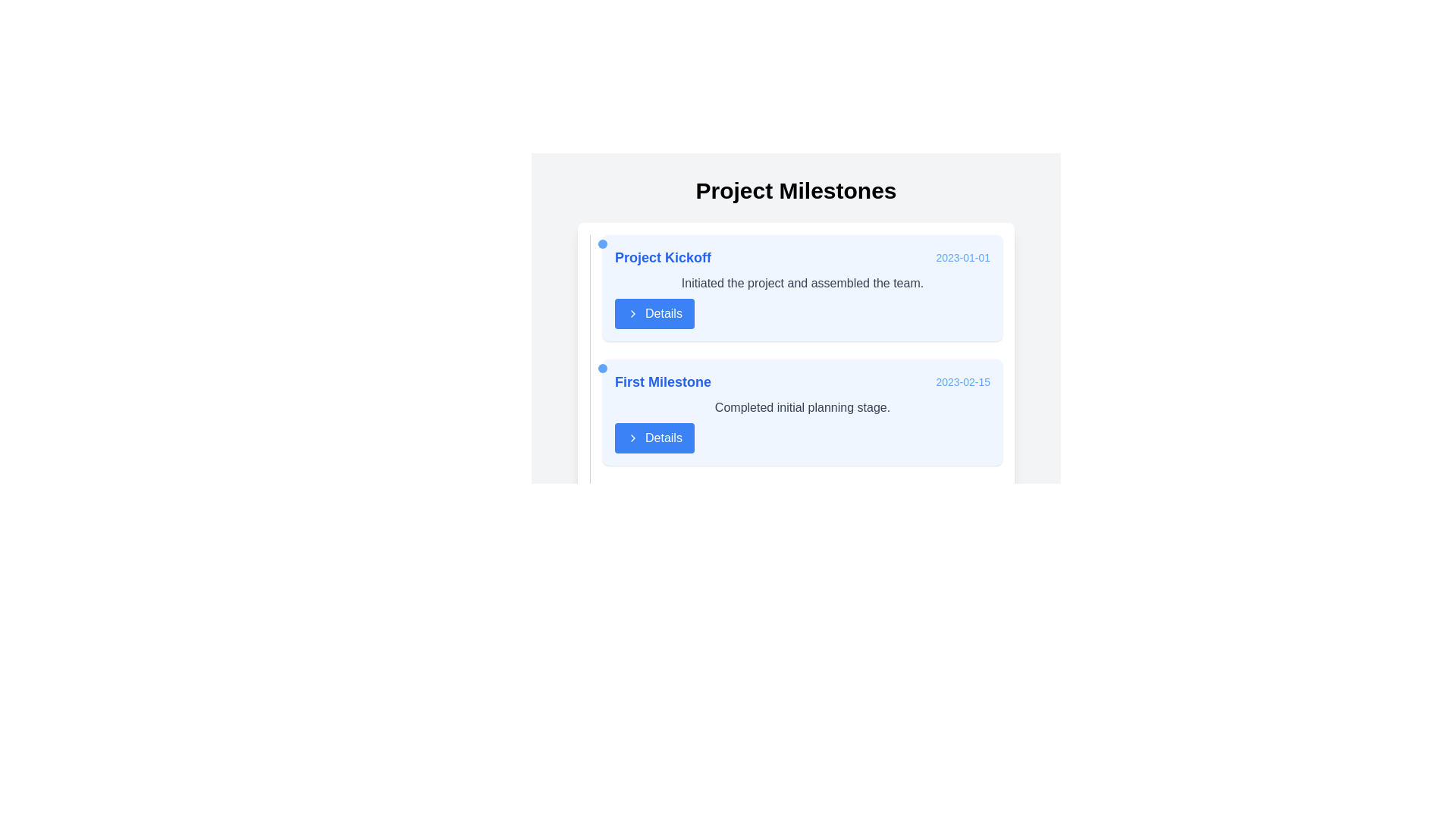 This screenshot has height=819, width=1456. What do you see at coordinates (602, 243) in the screenshot?
I see `the visual marker (dot) indicating the milestone in the 'Project Kickoff' card, positioned near the top-left corner, slightly left of the text content` at bounding box center [602, 243].